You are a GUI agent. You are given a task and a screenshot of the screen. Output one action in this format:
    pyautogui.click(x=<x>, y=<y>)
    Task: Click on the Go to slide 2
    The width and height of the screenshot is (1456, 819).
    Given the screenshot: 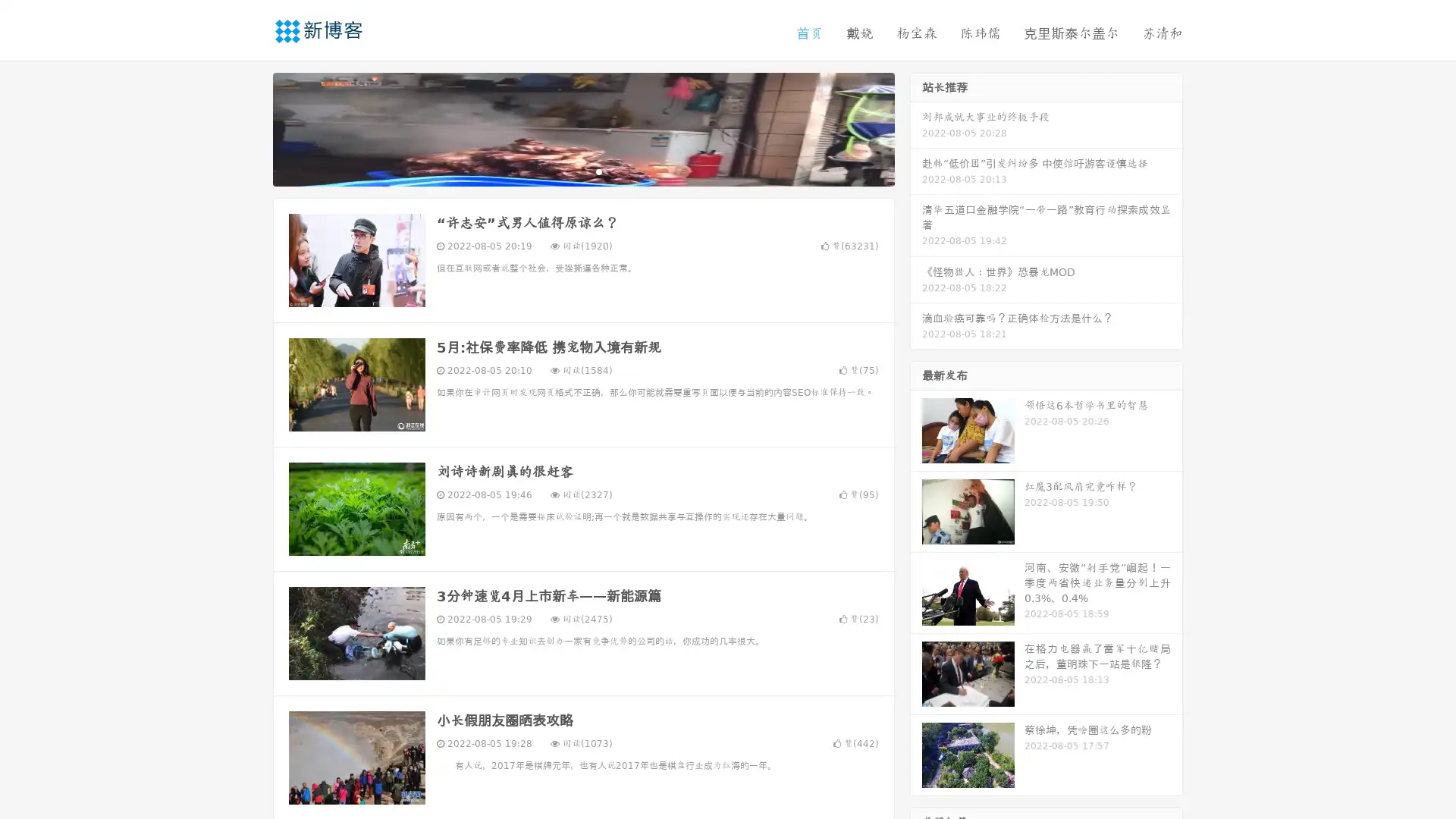 What is the action you would take?
    pyautogui.click(x=582, y=171)
    